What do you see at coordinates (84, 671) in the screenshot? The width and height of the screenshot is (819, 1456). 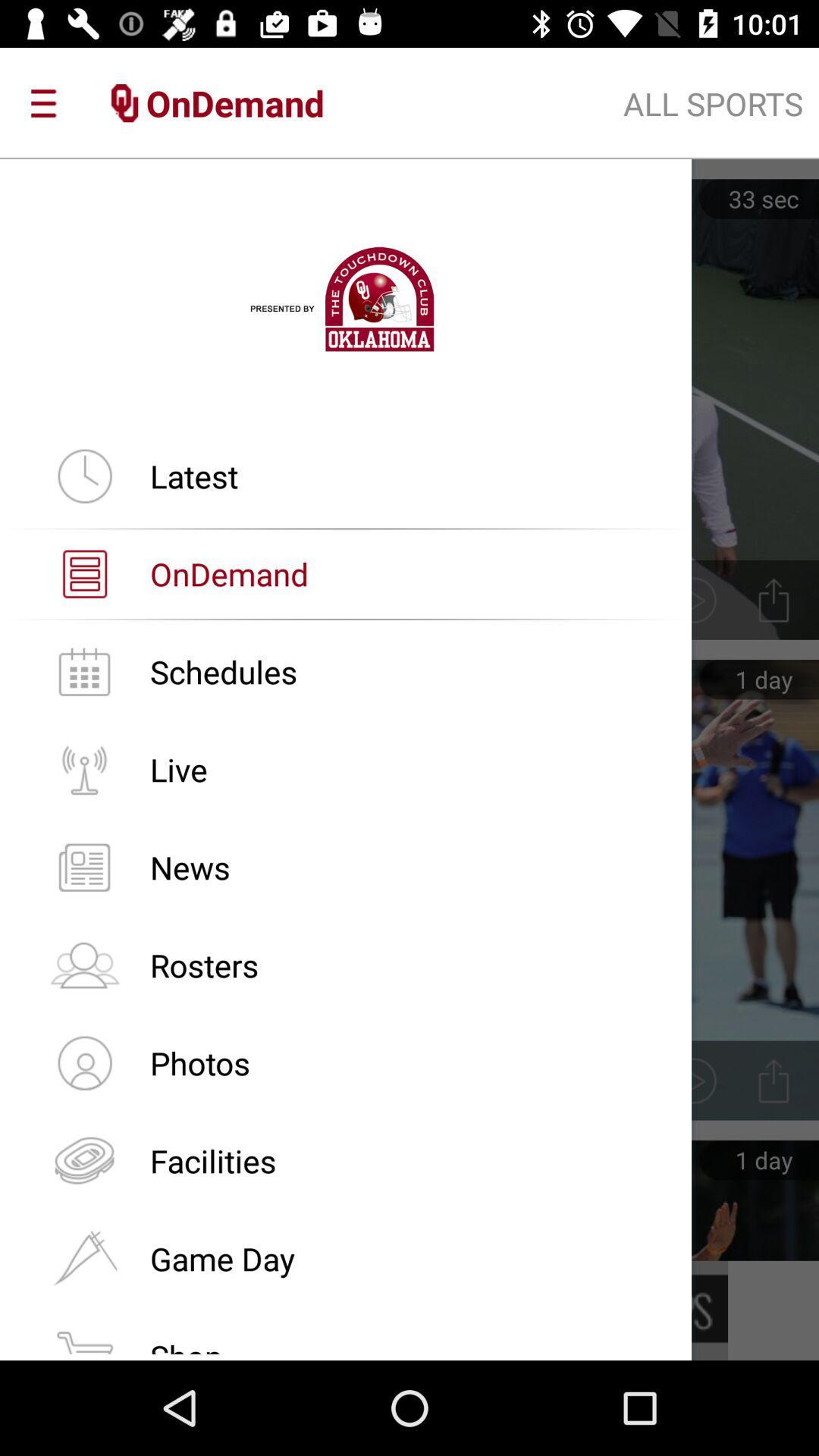 I see `calendar icon` at bounding box center [84, 671].